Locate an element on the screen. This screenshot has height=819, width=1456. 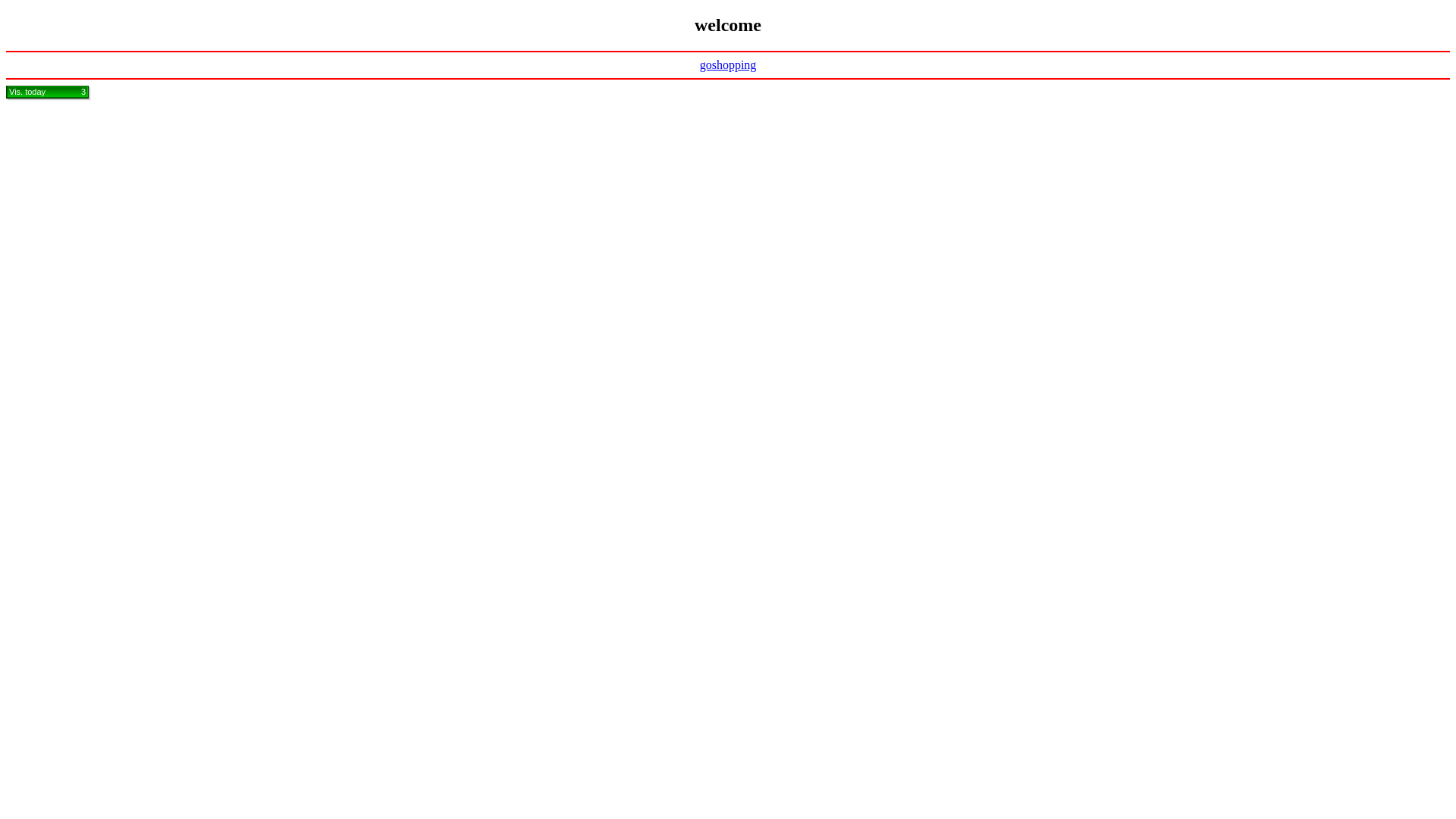
'goshopping' is located at coordinates (698, 64).